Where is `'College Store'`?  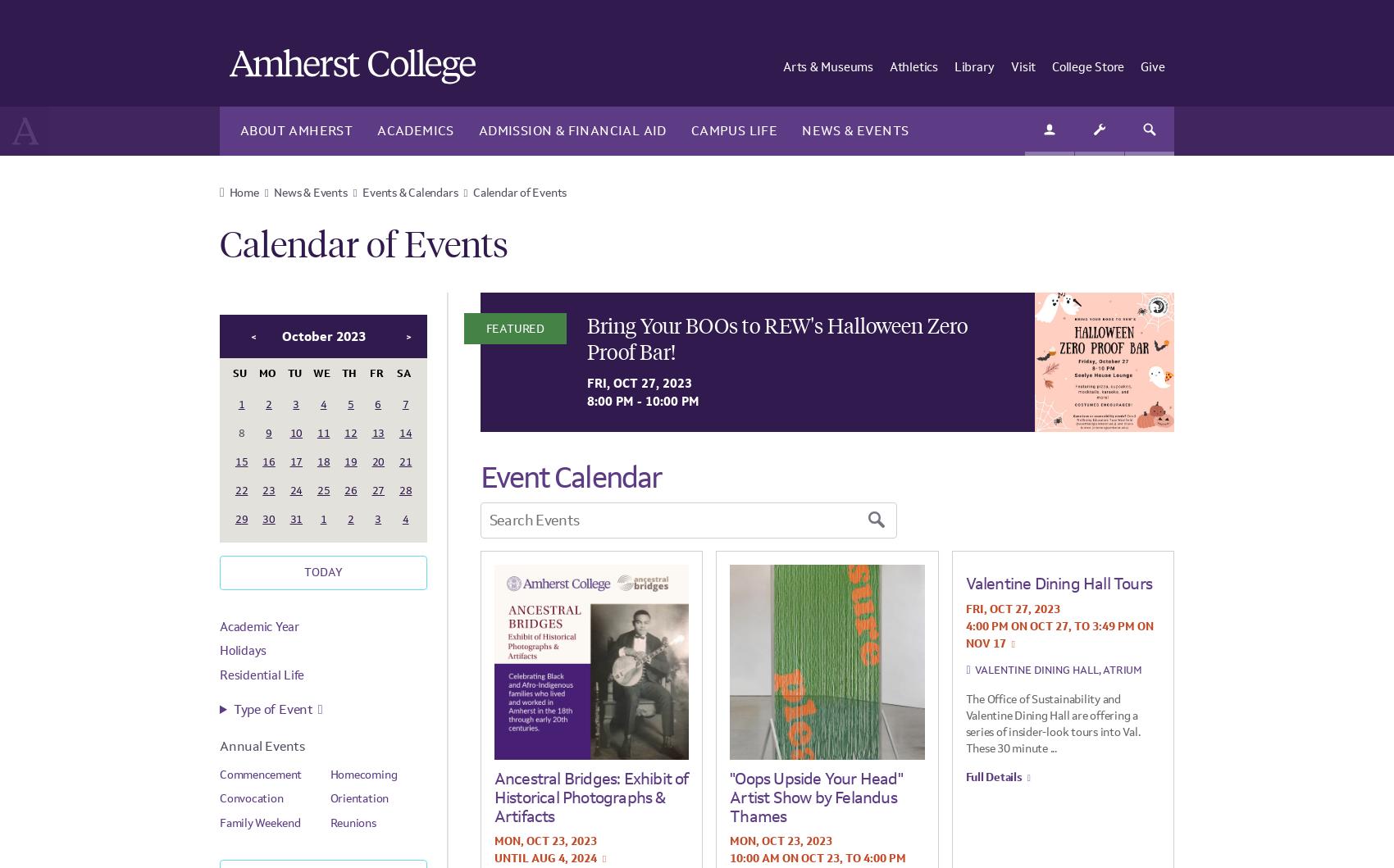 'College Store' is located at coordinates (1088, 66).